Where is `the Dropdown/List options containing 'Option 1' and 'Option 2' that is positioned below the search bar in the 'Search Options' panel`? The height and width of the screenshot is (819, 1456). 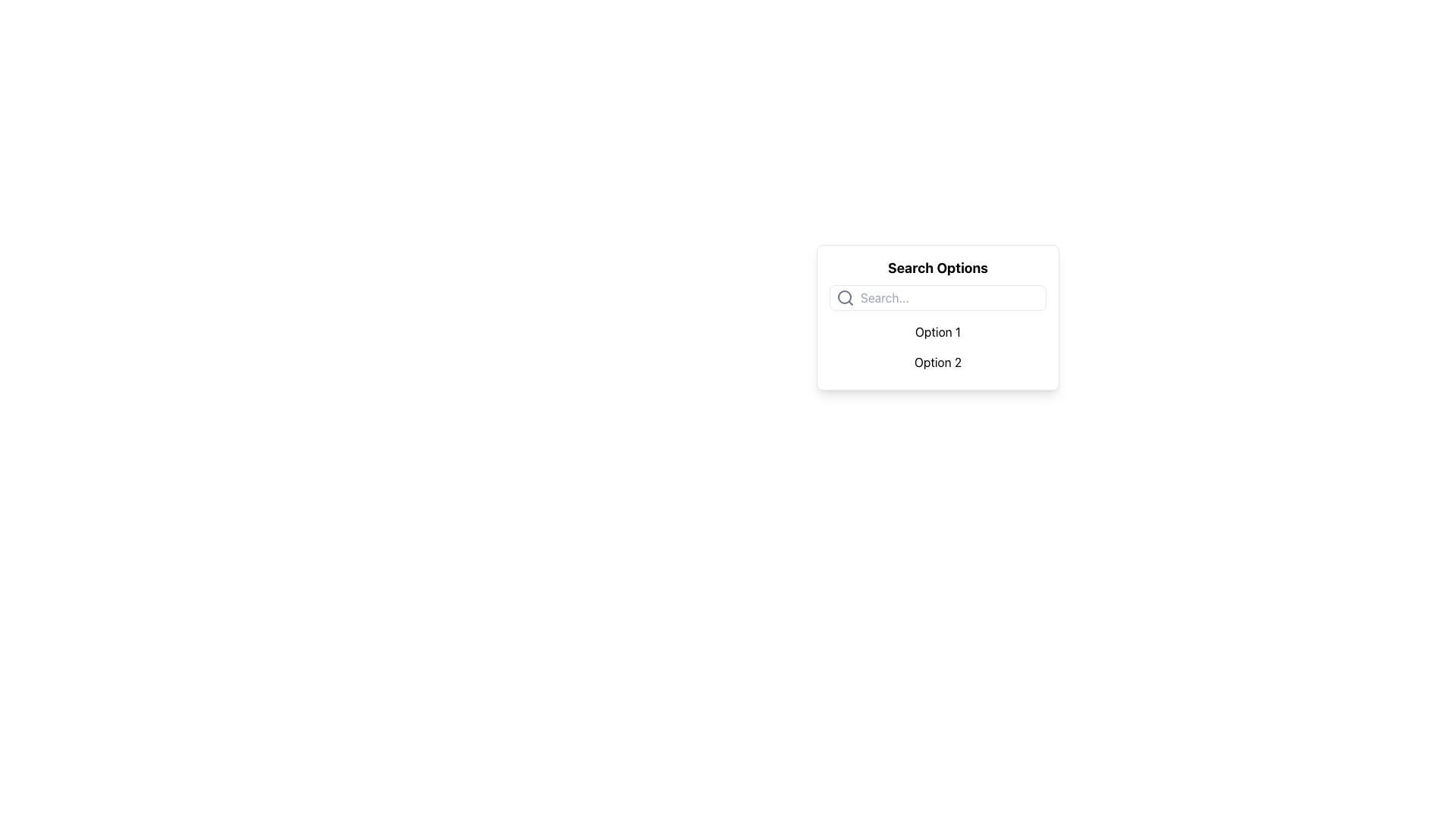 the Dropdown/List options containing 'Option 1' and 'Option 2' that is positioned below the search bar in the 'Search Options' panel is located at coordinates (937, 347).